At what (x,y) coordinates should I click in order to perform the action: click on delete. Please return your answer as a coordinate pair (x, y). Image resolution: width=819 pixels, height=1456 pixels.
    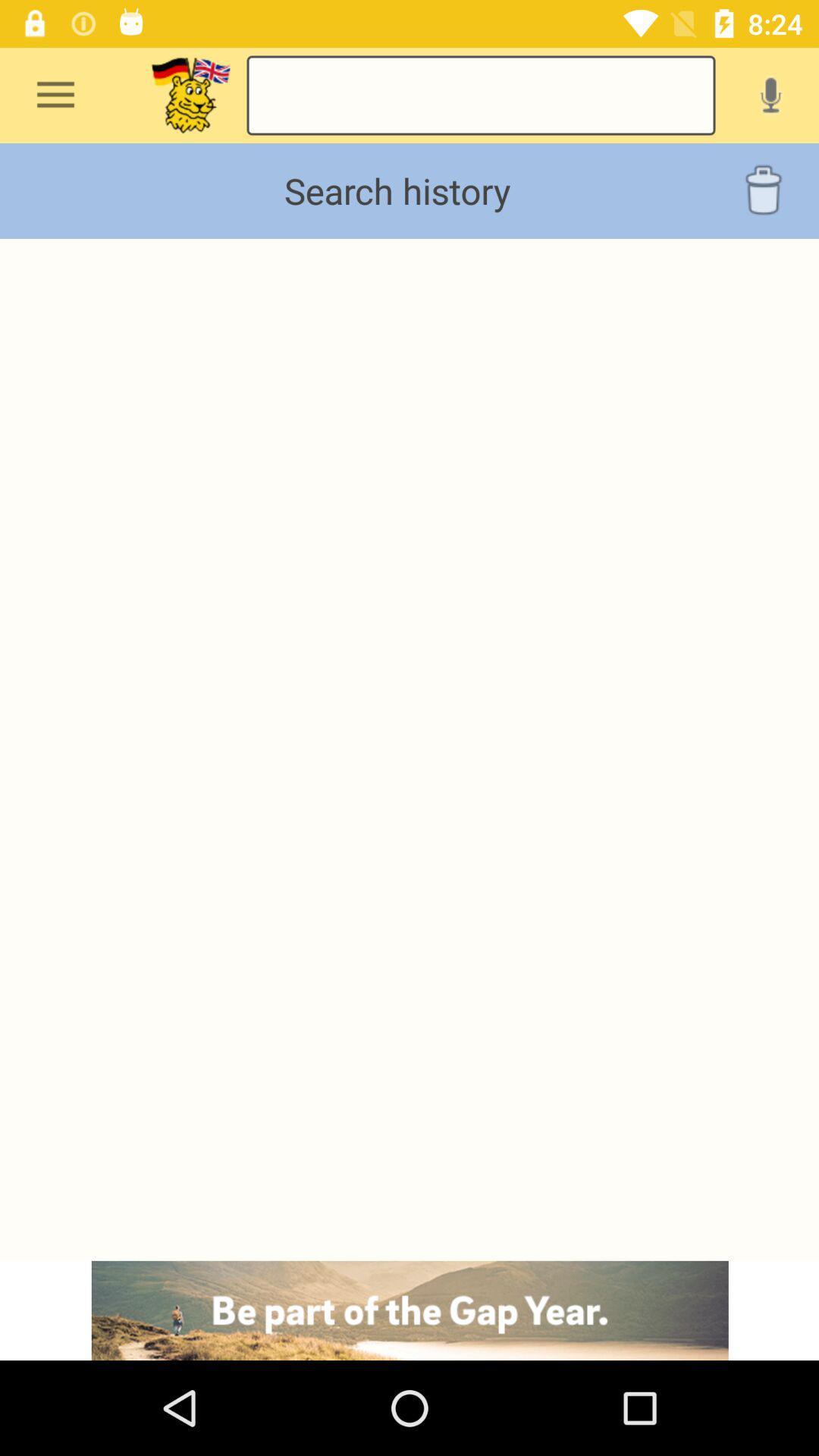
    Looking at the image, I should click on (763, 190).